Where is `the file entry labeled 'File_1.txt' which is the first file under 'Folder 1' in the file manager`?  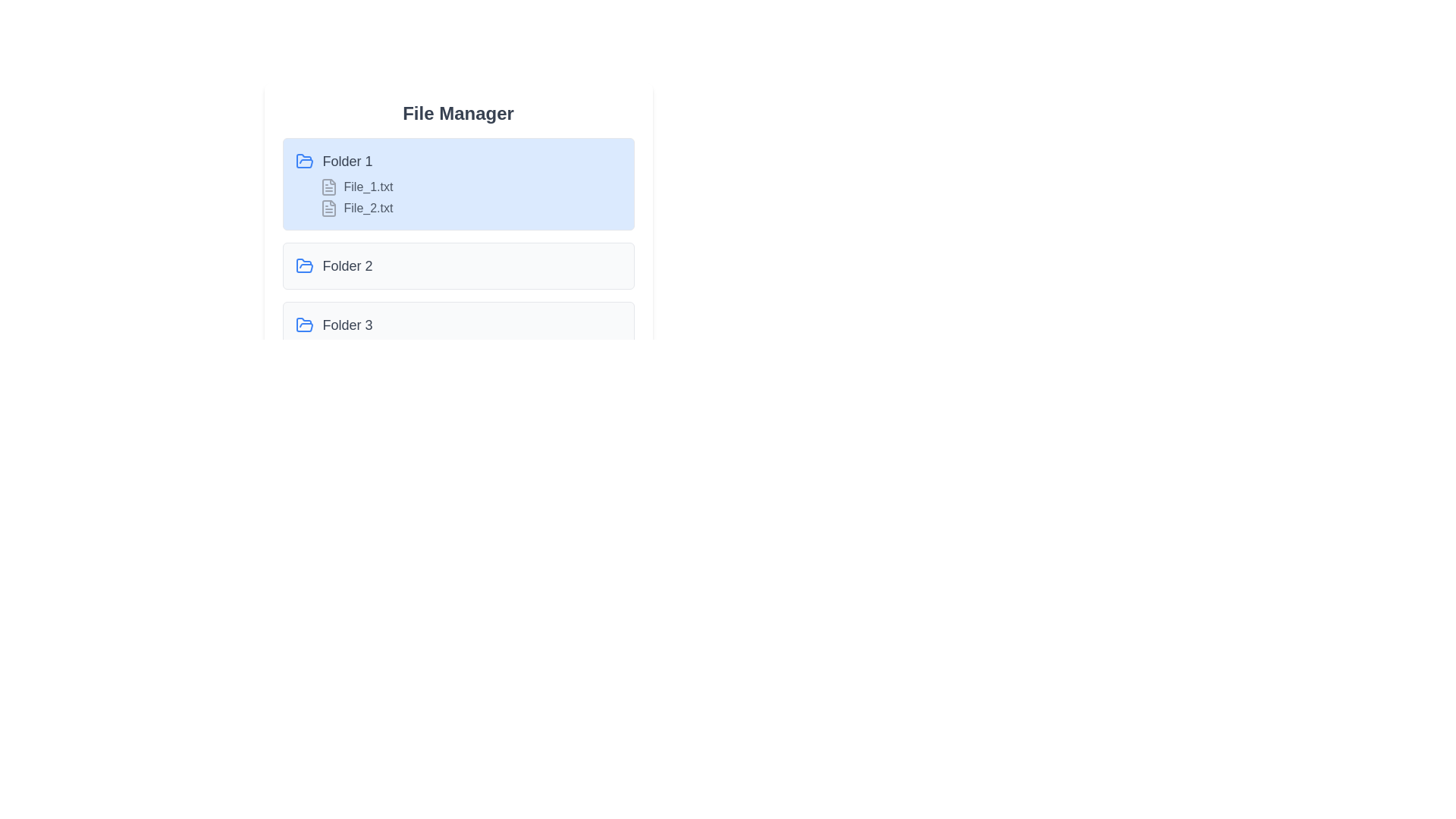 the file entry labeled 'File_1.txt' which is the first file under 'Folder 1' in the file manager is located at coordinates (469, 186).